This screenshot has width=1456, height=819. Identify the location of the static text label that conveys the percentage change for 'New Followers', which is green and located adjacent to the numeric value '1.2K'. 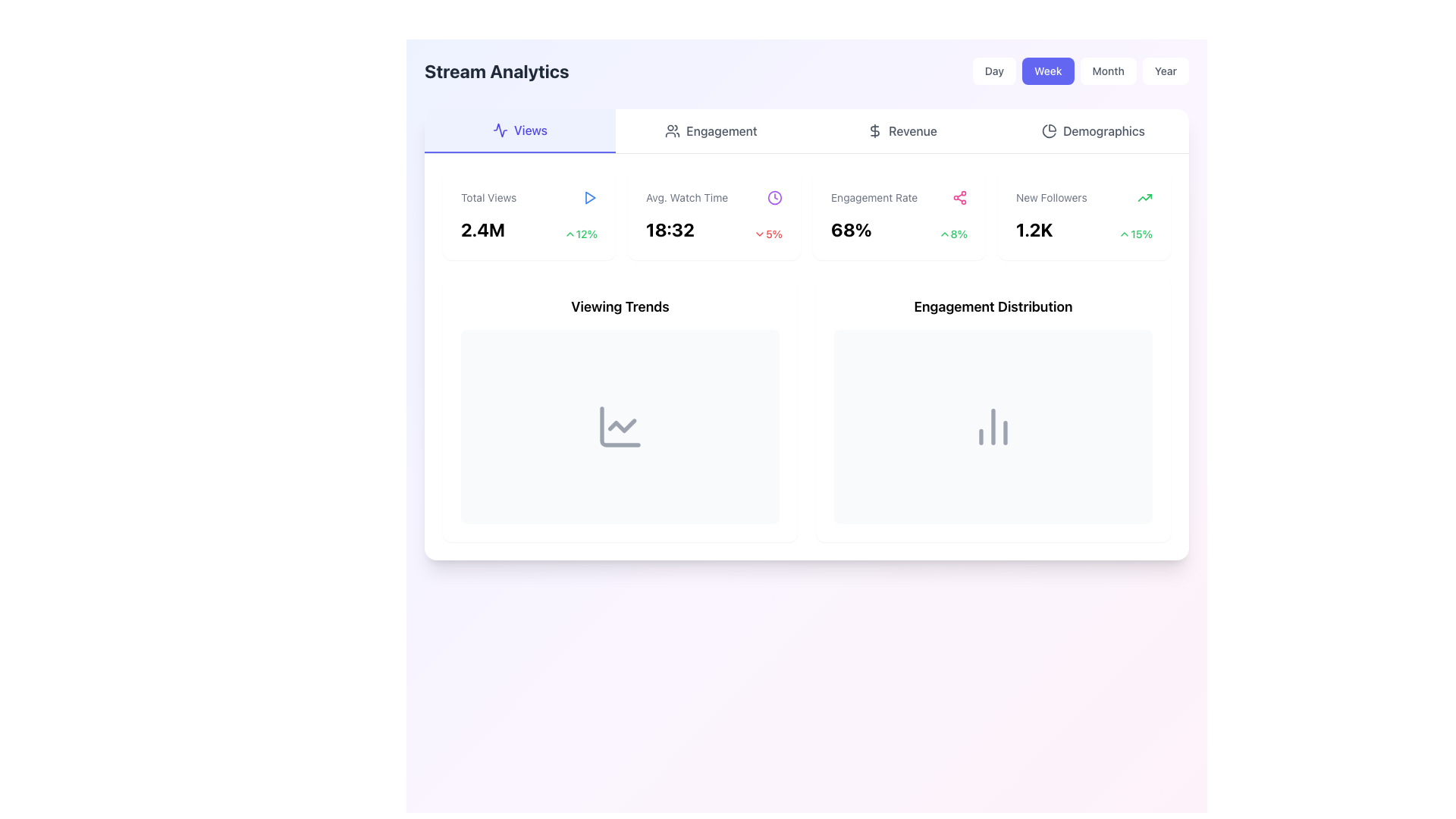
(1141, 234).